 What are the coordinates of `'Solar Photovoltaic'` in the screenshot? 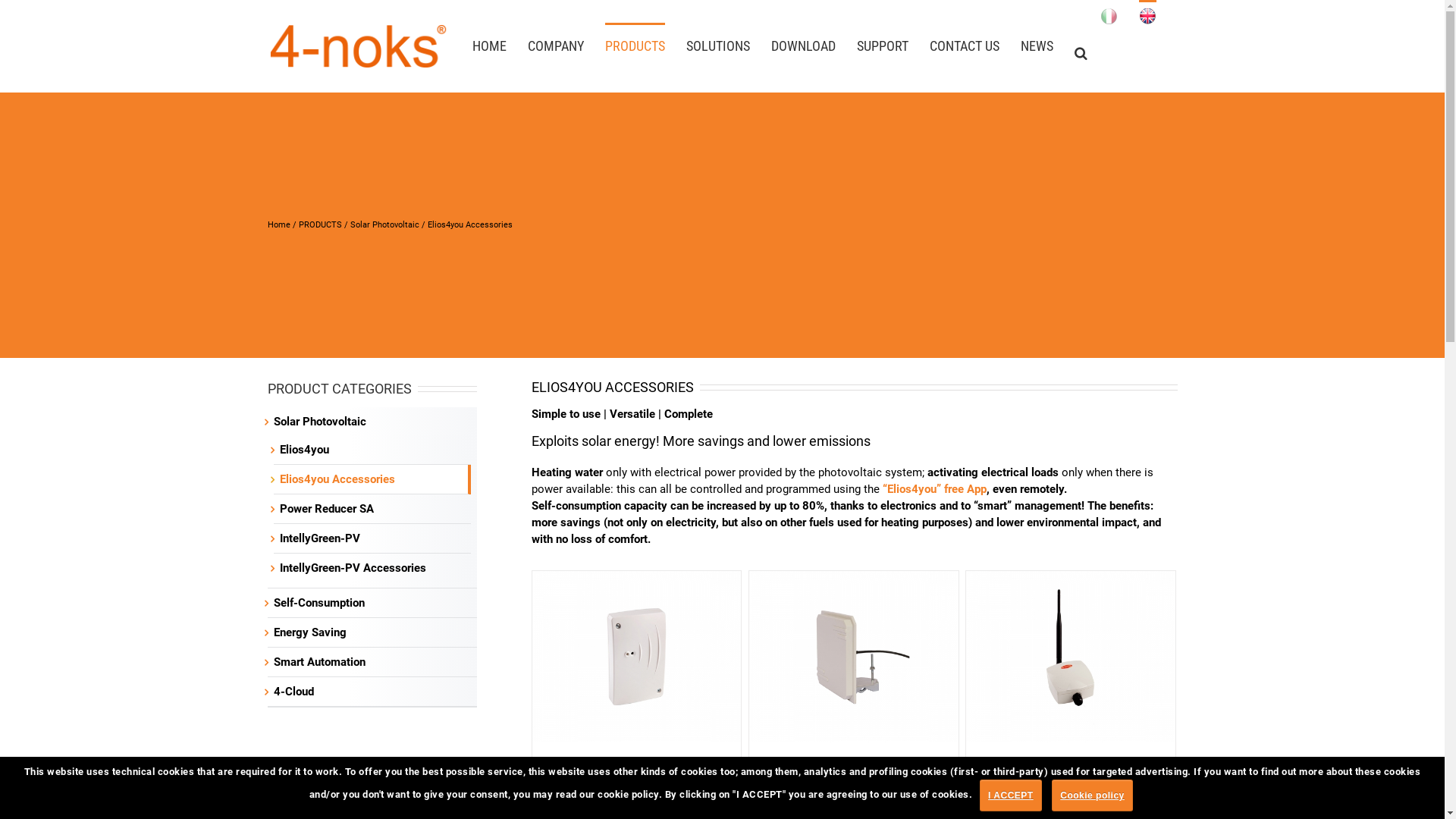 It's located at (349, 224).